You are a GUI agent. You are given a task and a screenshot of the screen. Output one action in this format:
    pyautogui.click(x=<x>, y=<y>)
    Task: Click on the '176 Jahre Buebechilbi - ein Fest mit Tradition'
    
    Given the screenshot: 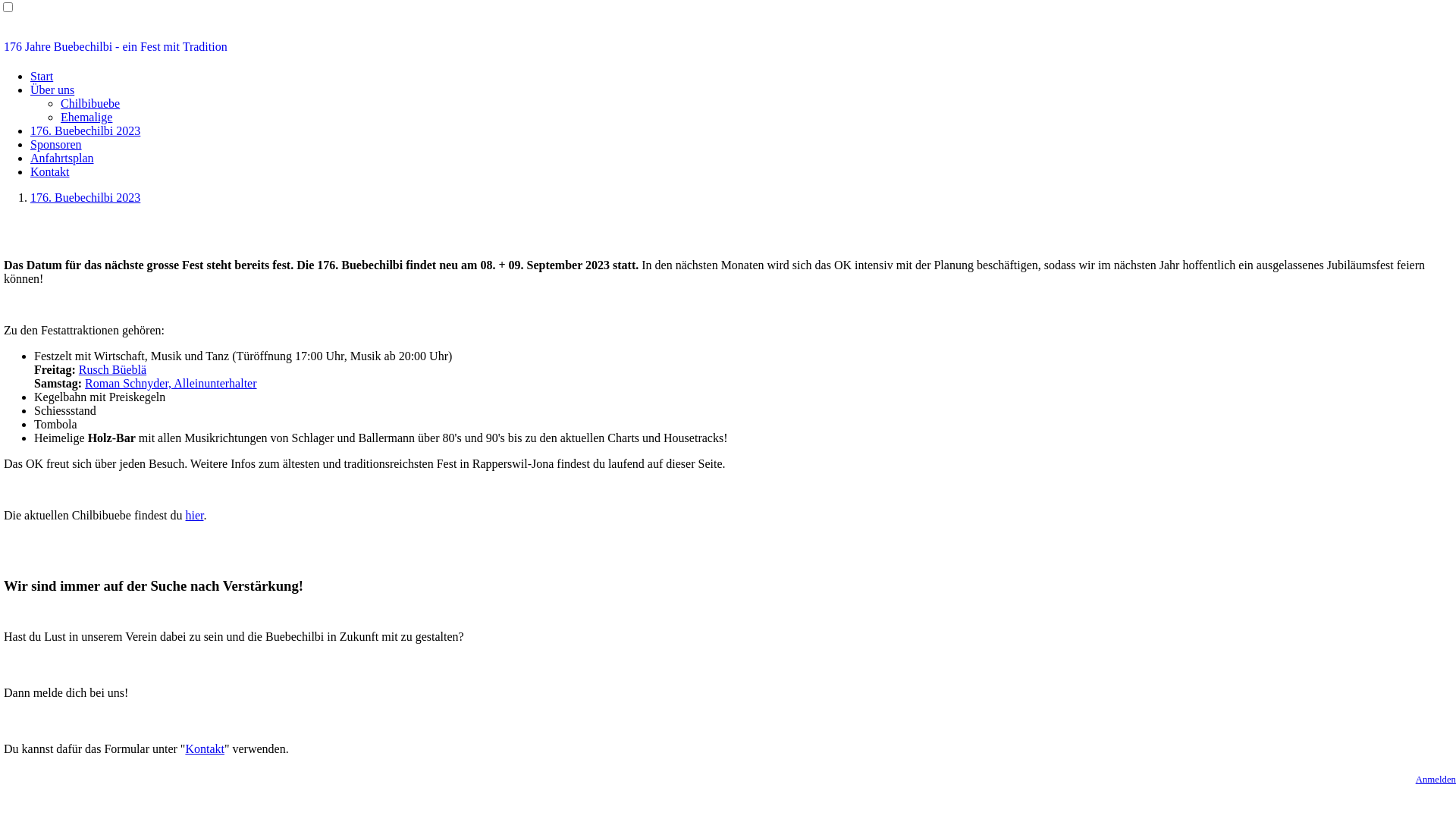 What is the action you would take?
    pyautogui.click(x=728, y=45)
    